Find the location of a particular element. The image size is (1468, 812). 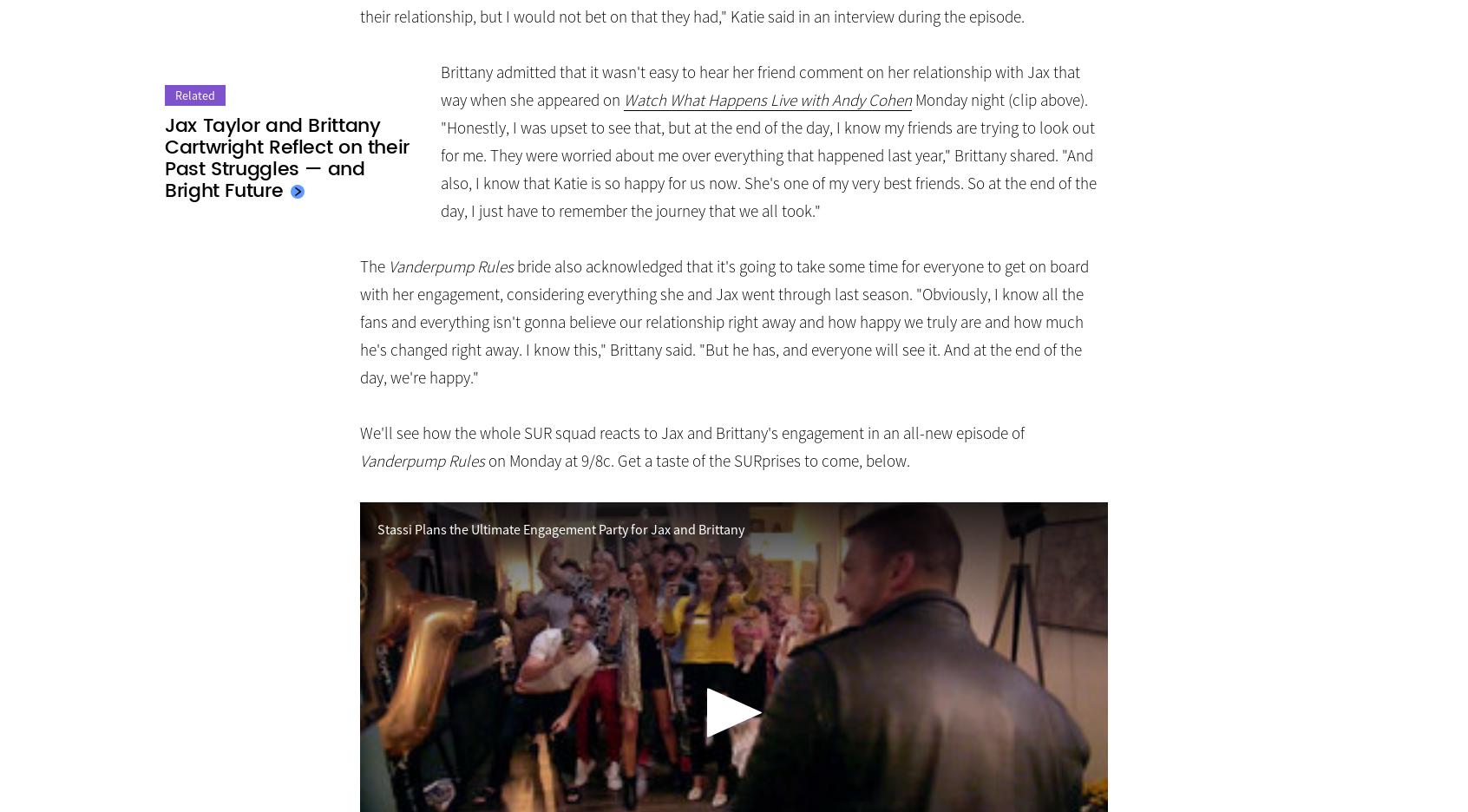

'bride also acknowledged that it's going to take some time for everyone to get on board with her engagement, considering everything she and Jax went through last season. "Obviously, I know all the fans and everything isn't gonna believe our relationship right away and how happy we truly are and how much he's changed right away. I know this," Brittany said. "But he has, and everyone will see it. And at the end of the day, we're happy."' is located at coordinates (724, 322).